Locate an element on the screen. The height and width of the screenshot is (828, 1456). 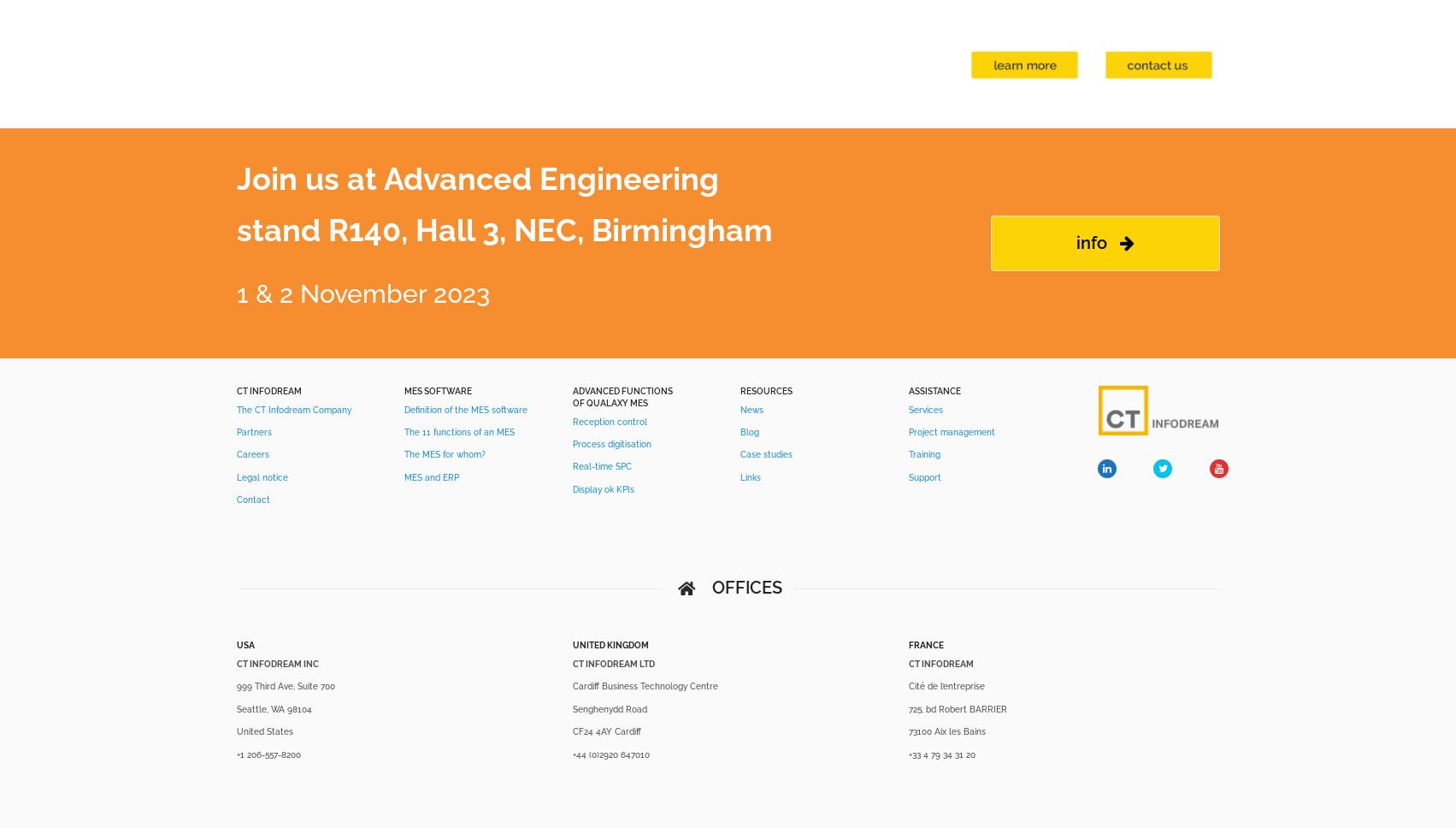
'Display ok KPIs' is located at coordinates (603, 488).